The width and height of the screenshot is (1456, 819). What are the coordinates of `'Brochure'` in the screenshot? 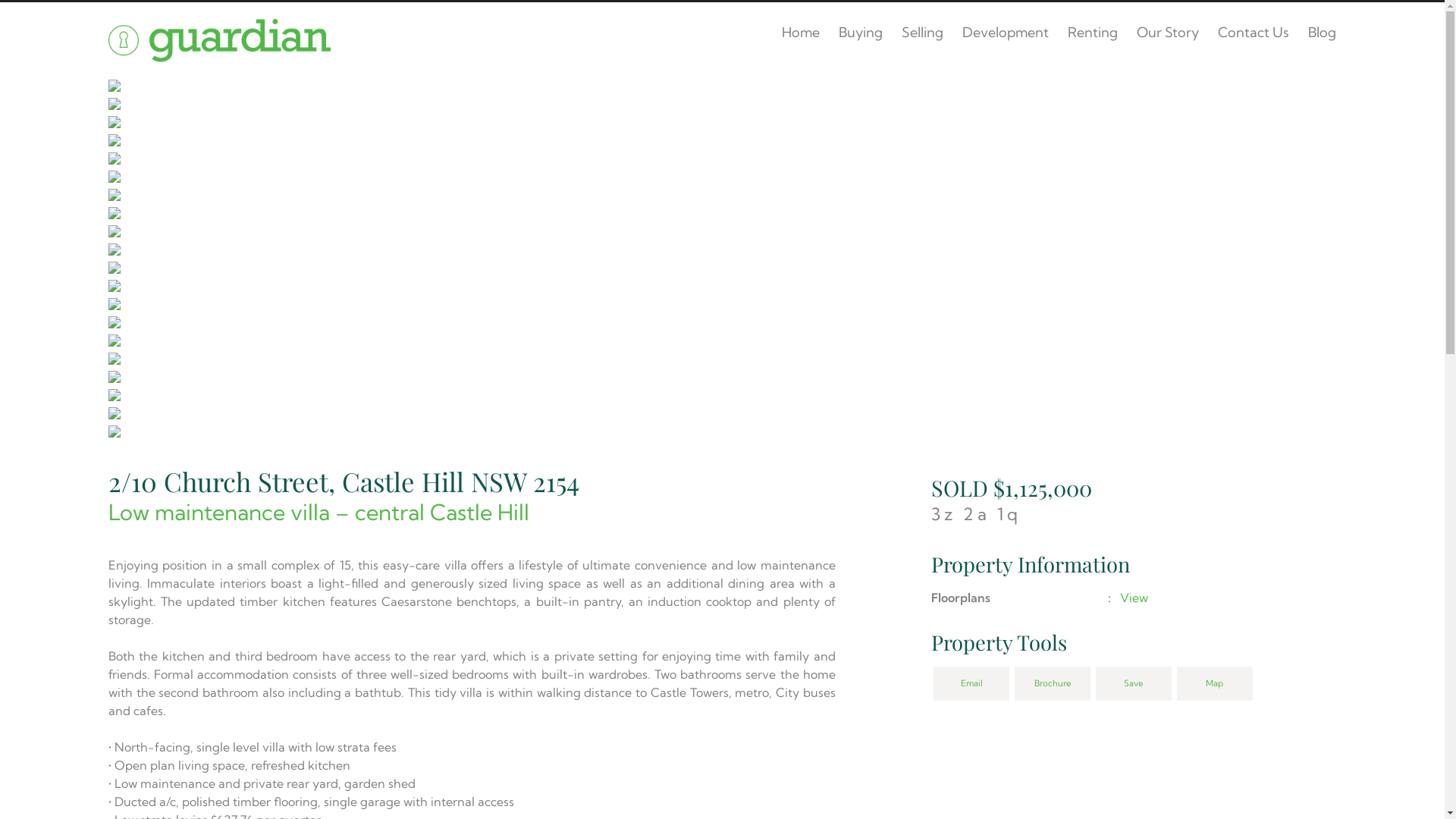 It's located at (1051, 683).